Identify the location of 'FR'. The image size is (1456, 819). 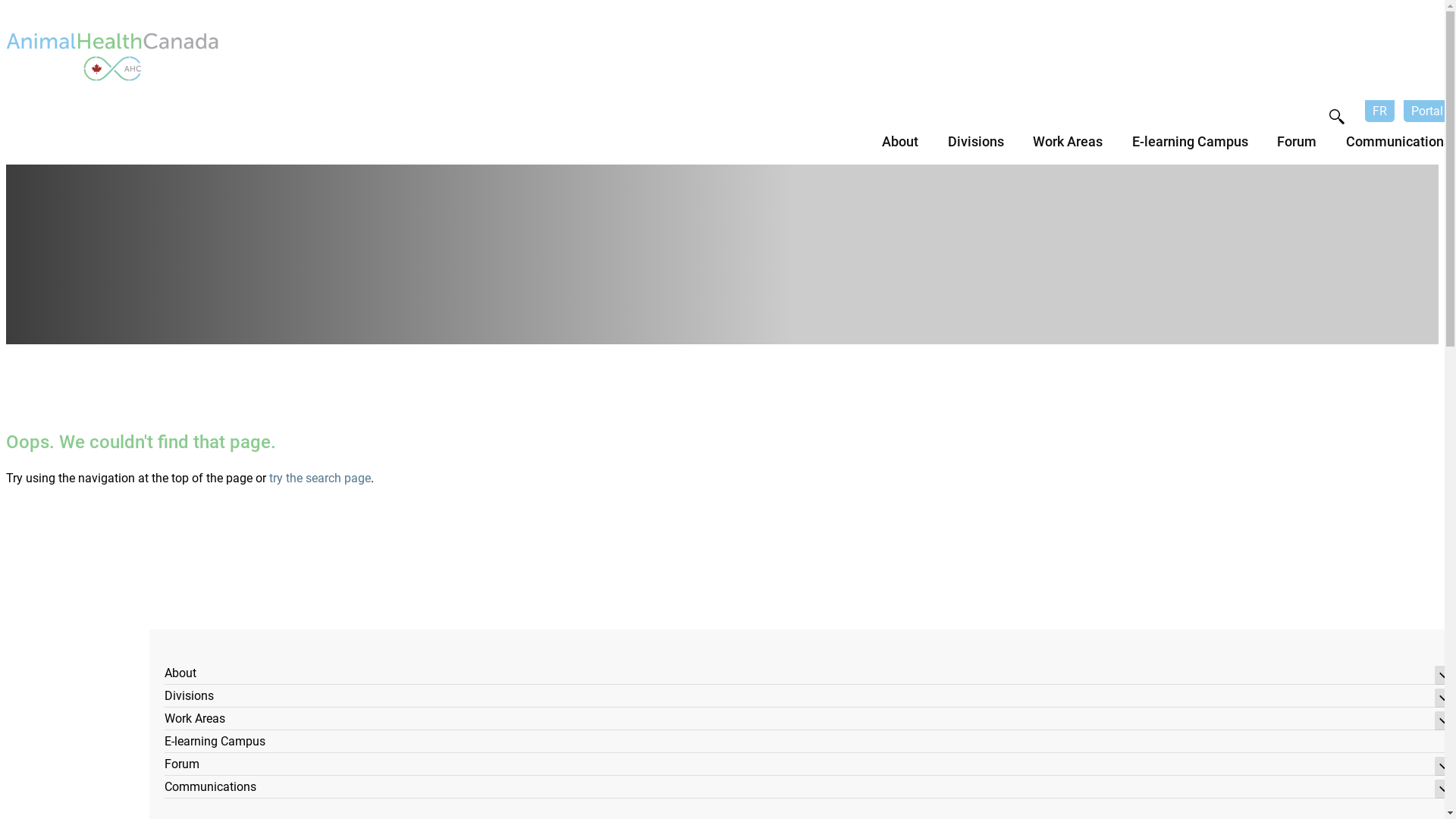
(1379, 110).